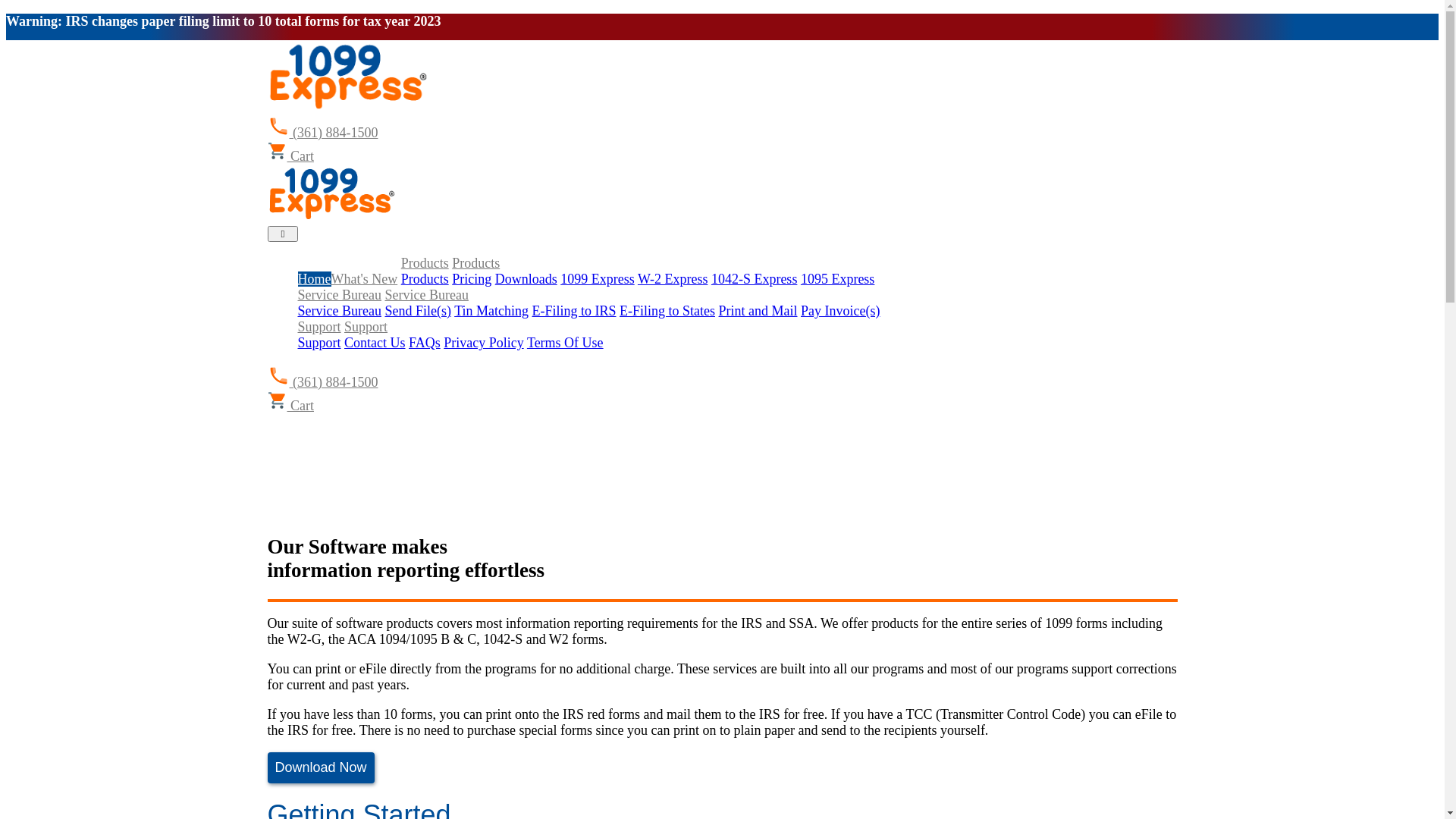 Image resolution: width=1456 pixels, height=819 pixels. What do you see at coordinates (330, 278) in the screenshot?
I see `'What's New'` at bounding box center [330, 278].